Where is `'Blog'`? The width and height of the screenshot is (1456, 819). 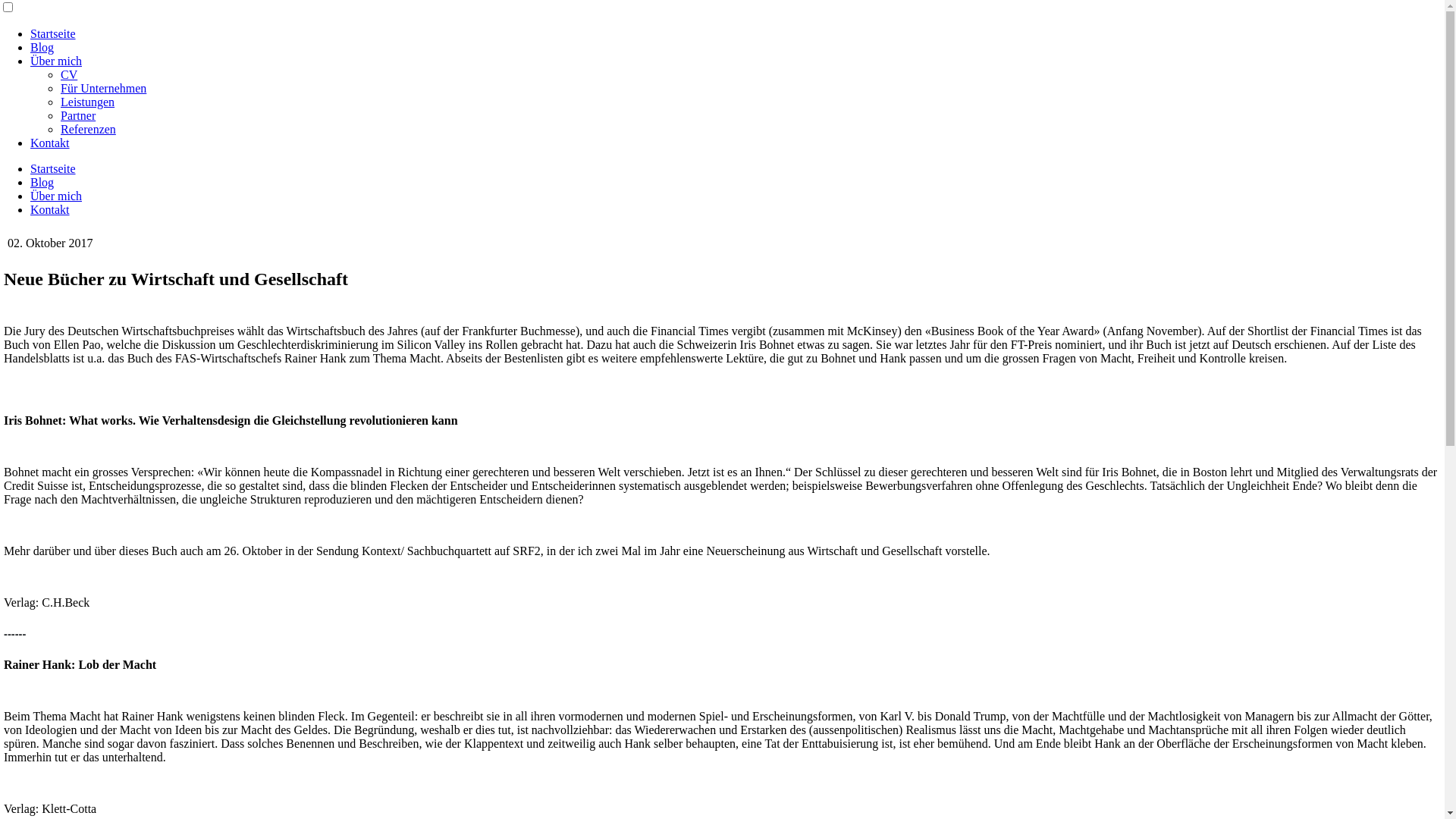 'Blog' is located at coordinates (42, 181).